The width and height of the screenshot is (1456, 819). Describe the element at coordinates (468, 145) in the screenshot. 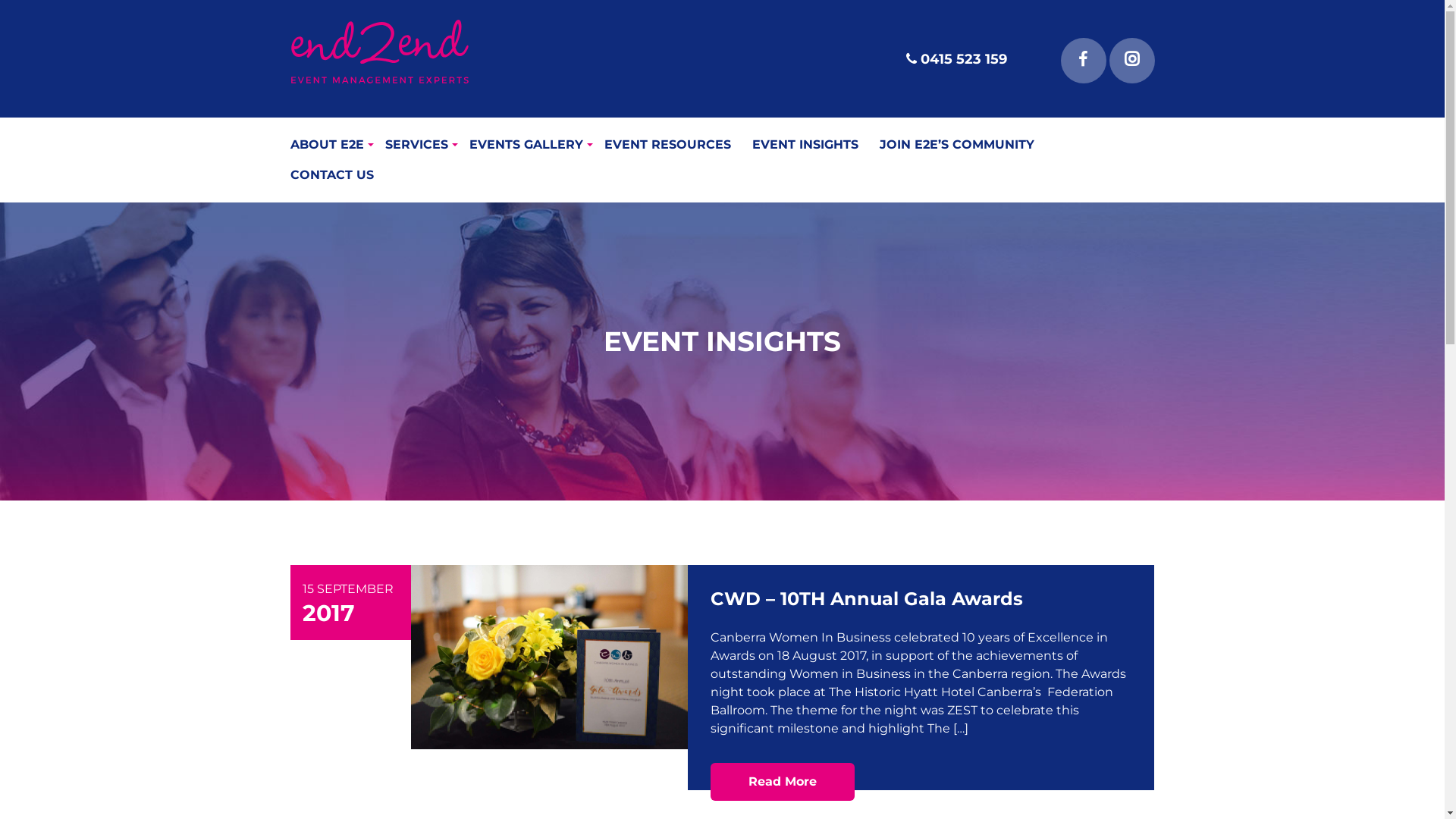

I see `'EVENTS GALLERY'` at that location.